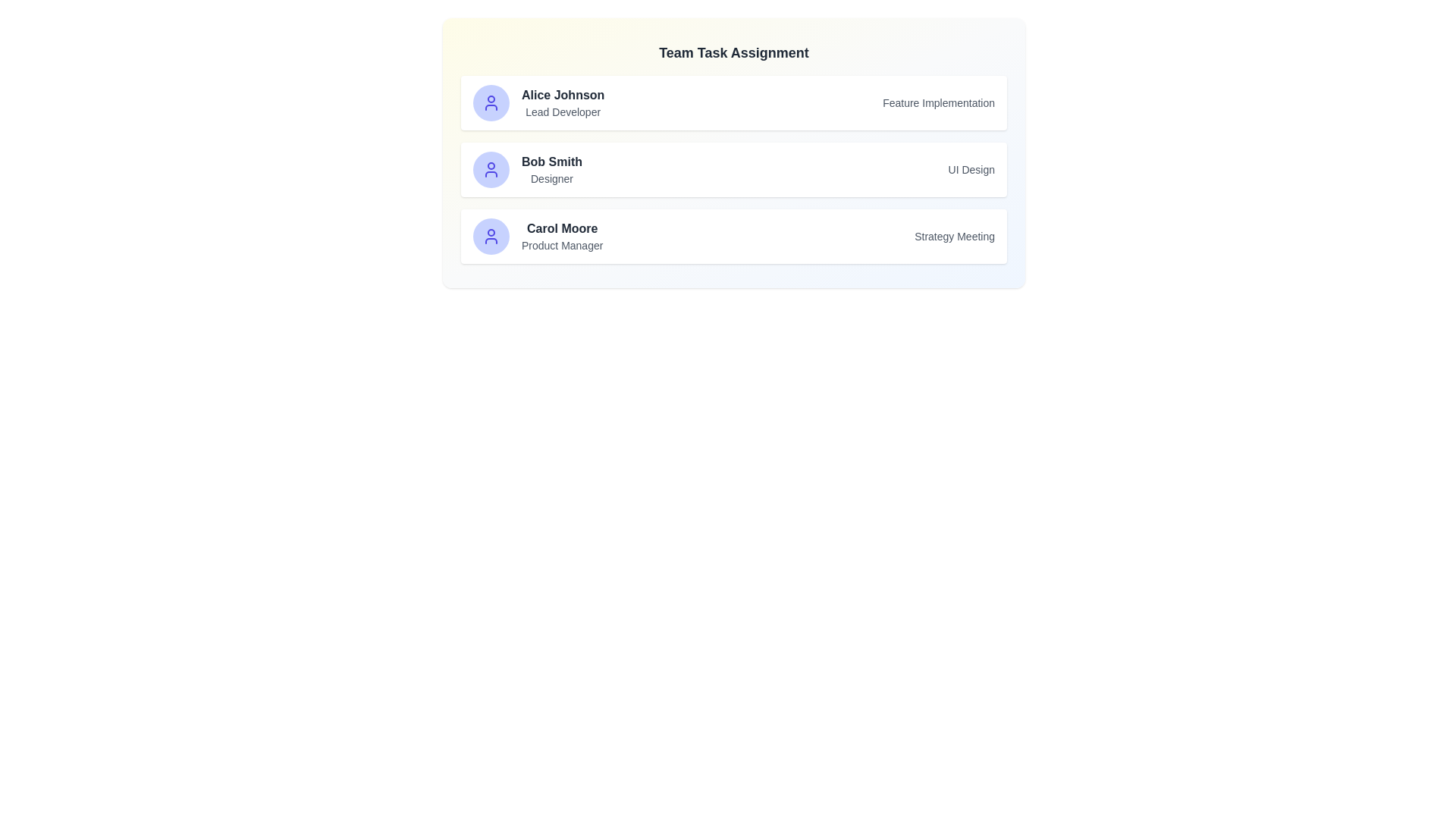 The width and height of the screenshot is (1456, 819). Describe the element at coordinates (551, 177) in the screenshot. I see `the 'Designer' text label, which is displayed in a small, light gray font and is located below 'Bob Smith' in the second block of a vertical list` at that location.